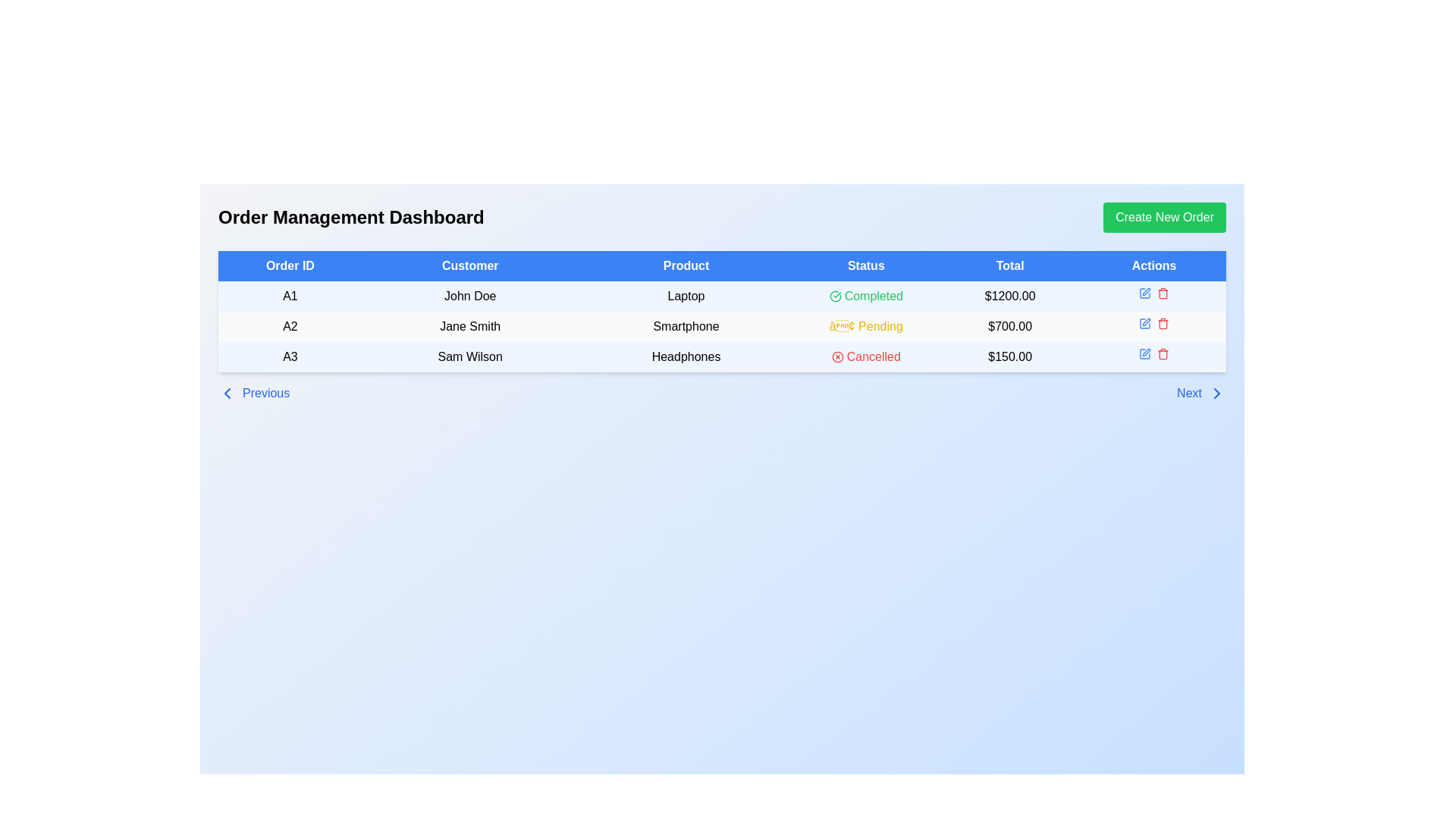 The image size is (1456, 819). I want to click on the left-facing chevron icon with a thin blue outline, which is adjacent to the text 'Previous' in the pagination control located in the lower-left corner of the page, so click(226, 393).